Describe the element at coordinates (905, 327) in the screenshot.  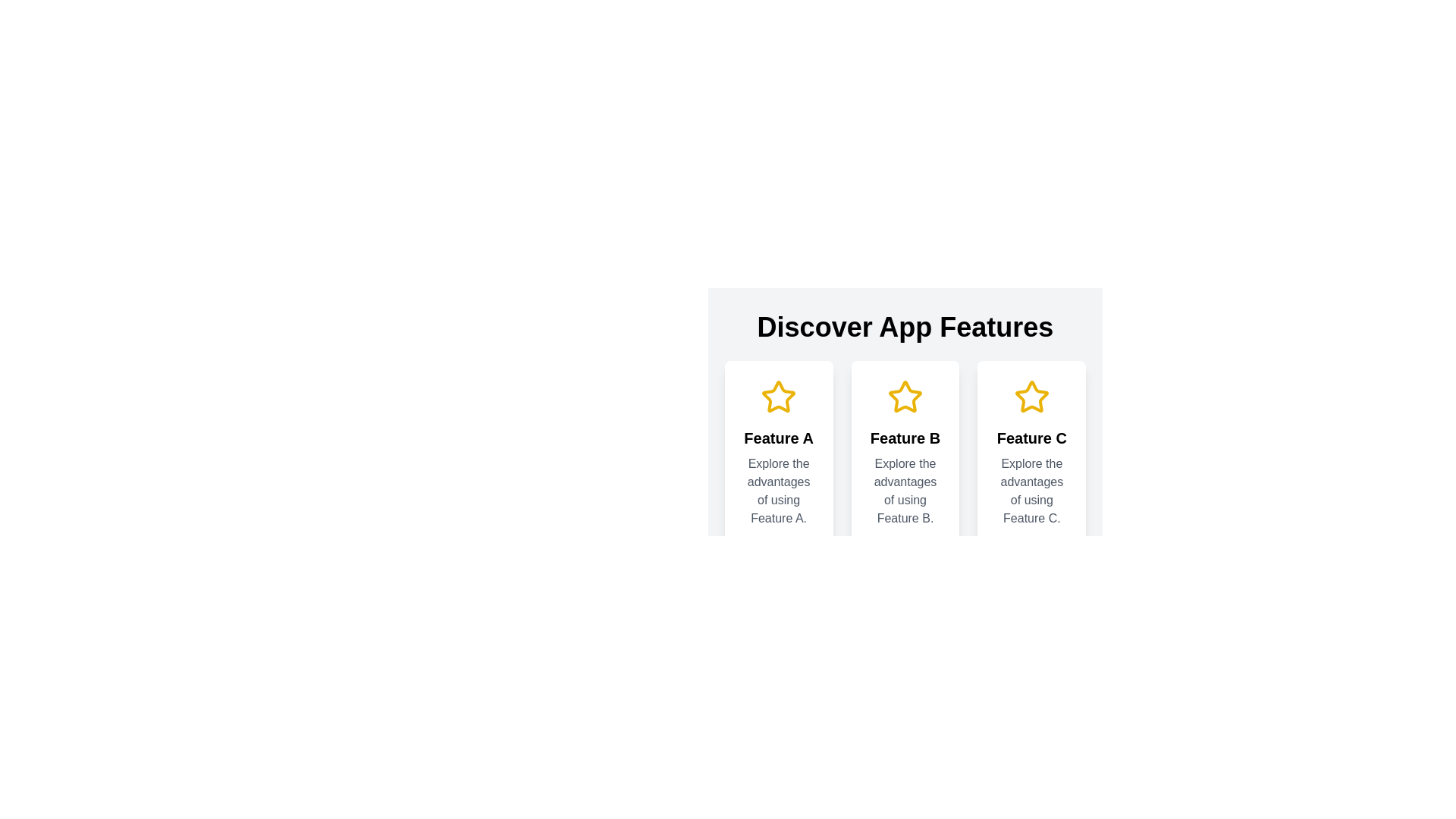
I see `the prominently styled title text displaying 'Discover App Features' which is located at the top-center of the section containing feature descriptions` at that location.